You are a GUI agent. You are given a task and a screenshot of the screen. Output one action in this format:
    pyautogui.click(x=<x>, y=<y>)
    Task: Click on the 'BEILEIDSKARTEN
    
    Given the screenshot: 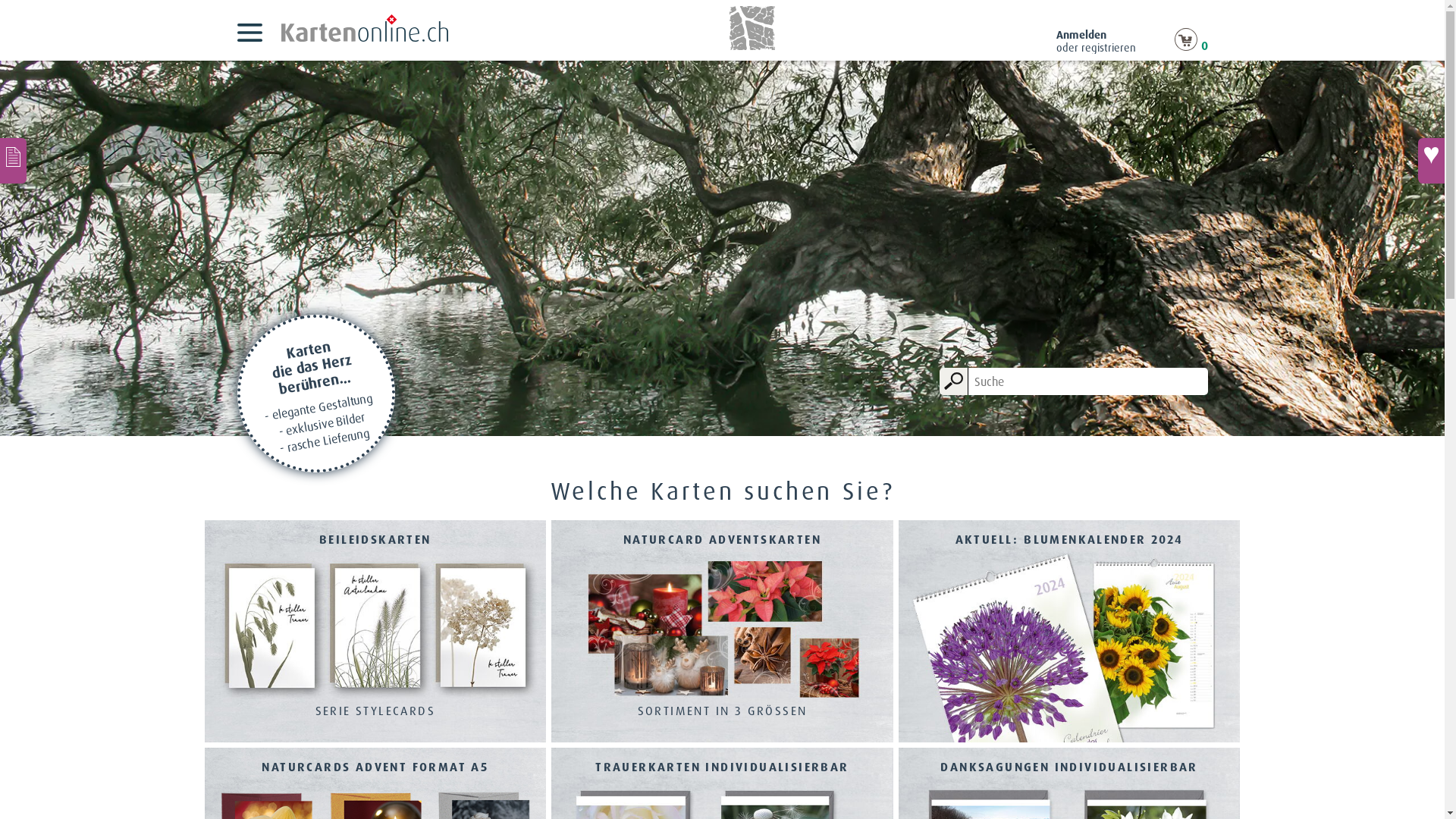 What is the action you would take?
    pyautogui.click(x=375, y=632)
    